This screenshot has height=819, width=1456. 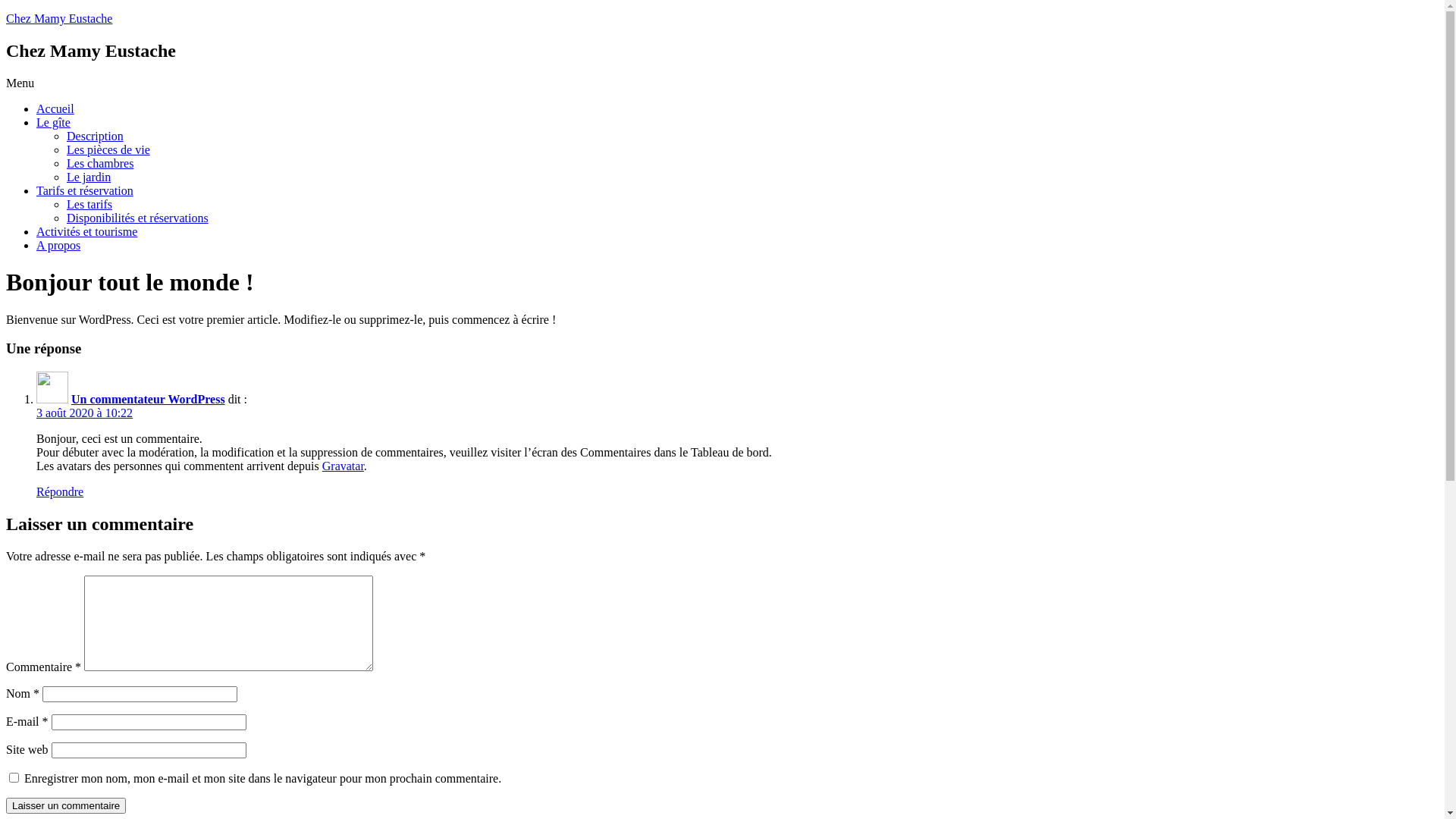 What do you see at coordinates (58, 244) in the screenshot?
I see `'A propos'` at bounding box center [58, 244].